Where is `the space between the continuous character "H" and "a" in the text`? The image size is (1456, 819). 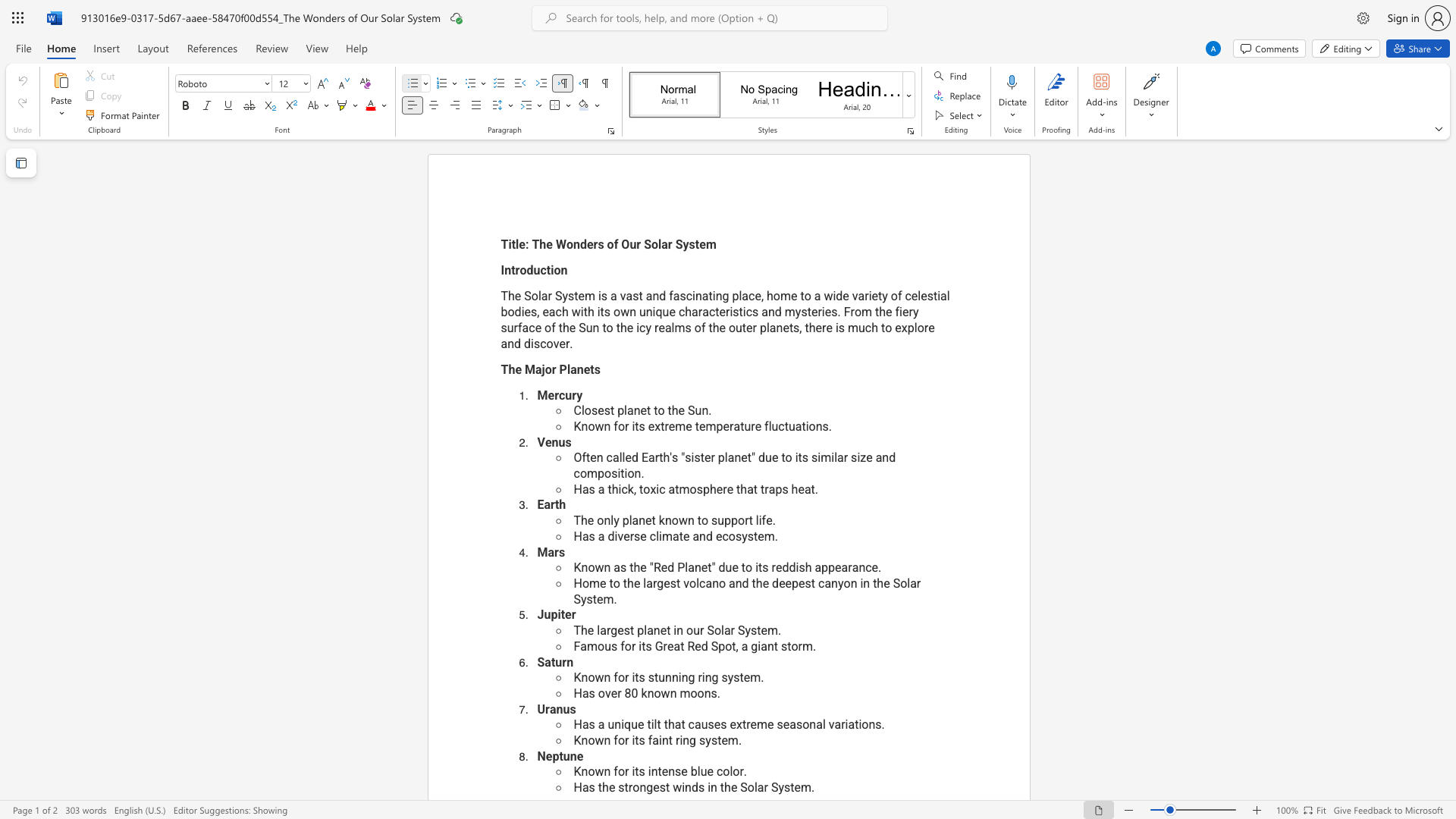
the space between the continuous character "H" and "a" in the text is located at coordinates (581, 535).